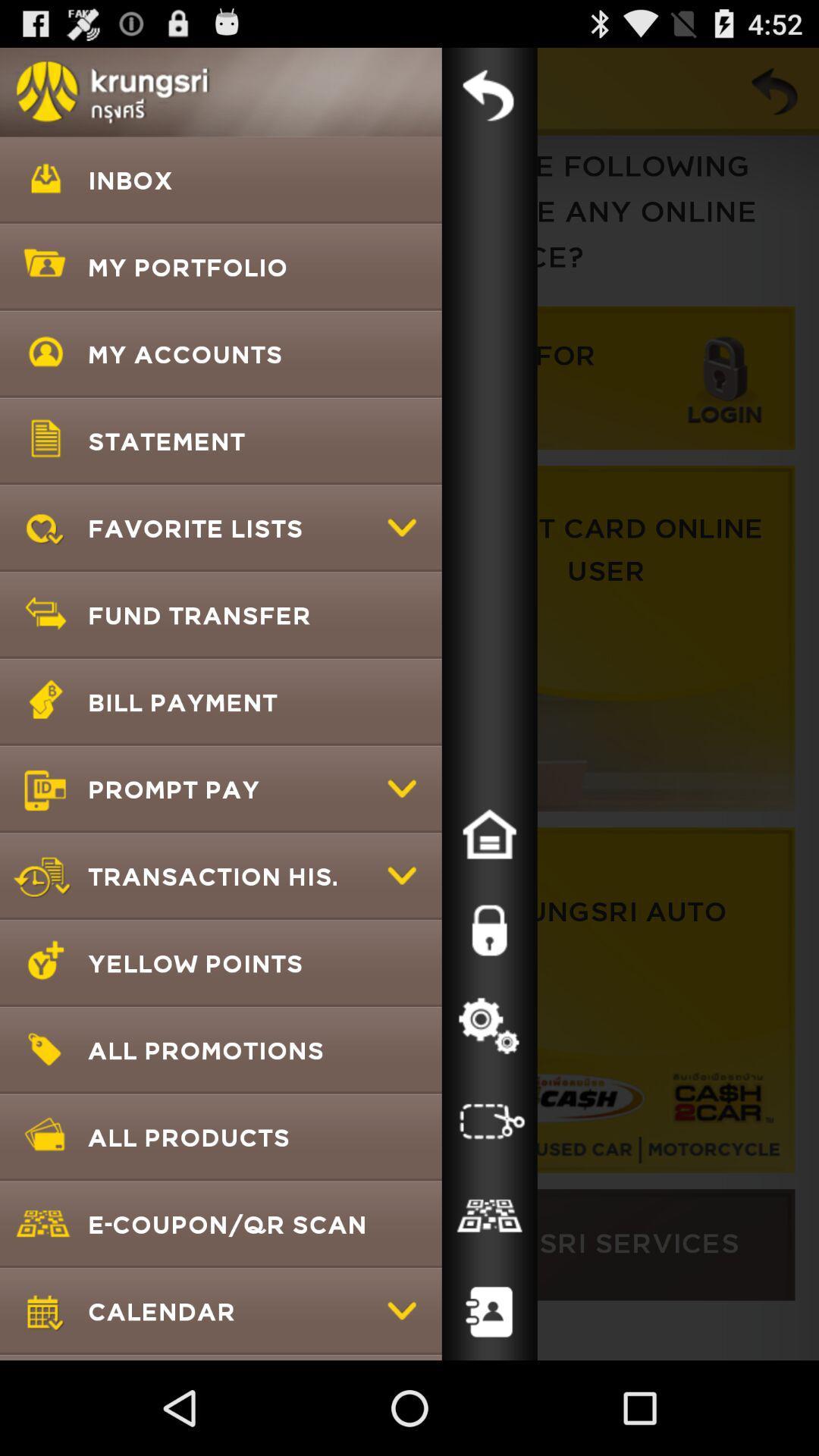  What do you see at coordinates (489, 1216) in the screenshot?
I see `qr code` at bounding box center [489, 1216].